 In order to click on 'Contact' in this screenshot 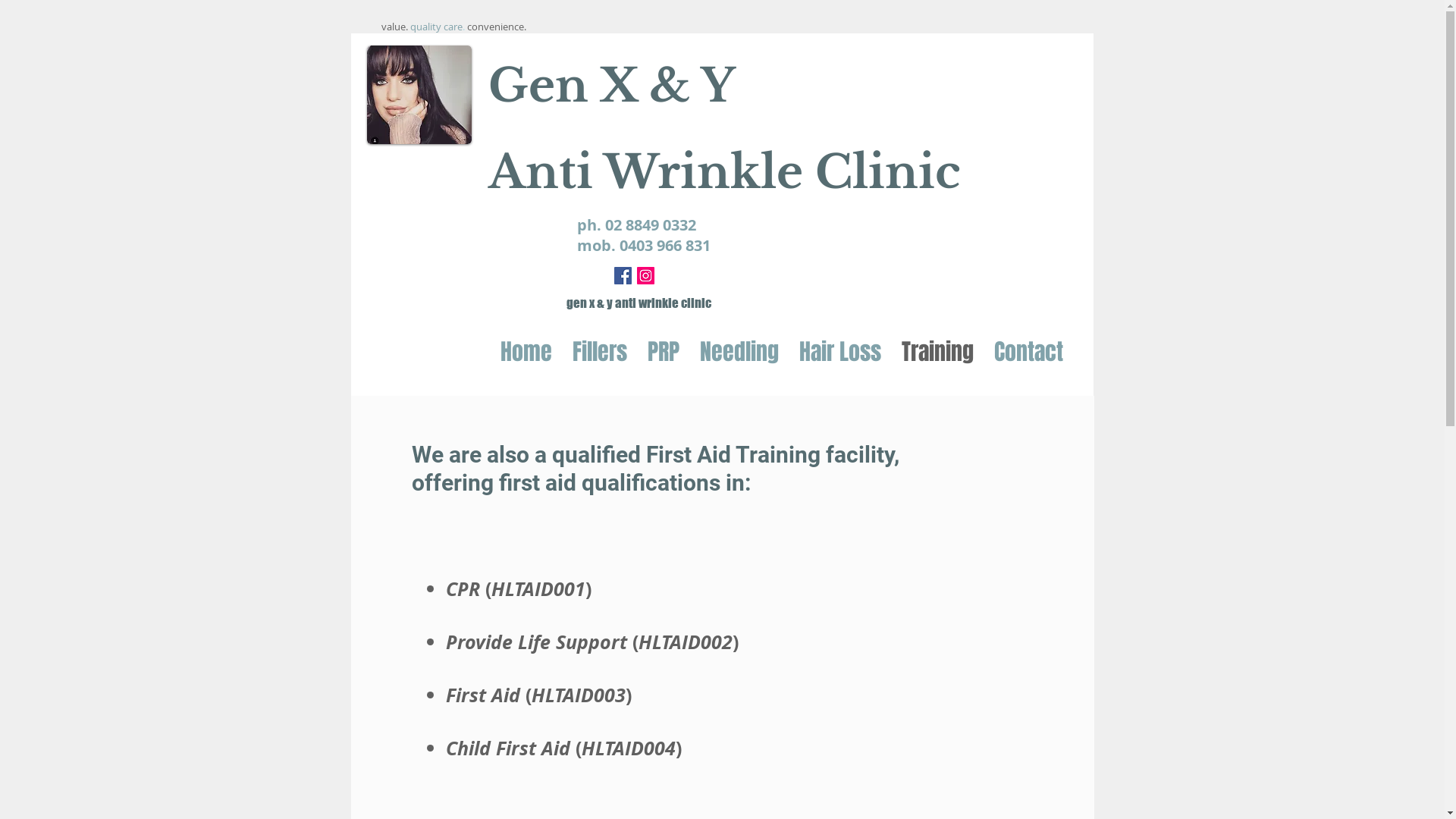, I will do `click(984, 351)`.